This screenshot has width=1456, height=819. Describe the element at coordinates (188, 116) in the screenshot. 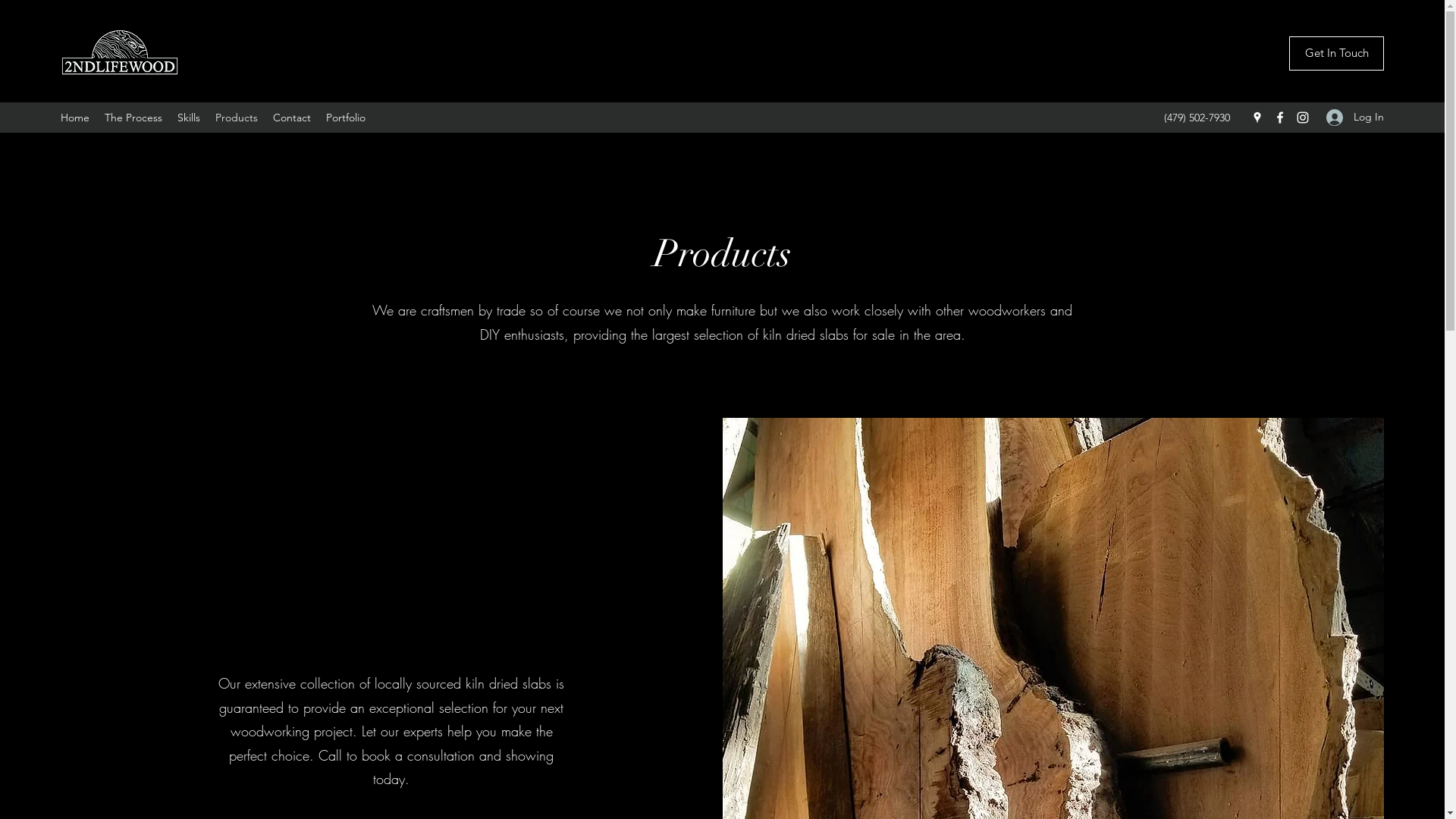

I see `'Skills'` at that location.